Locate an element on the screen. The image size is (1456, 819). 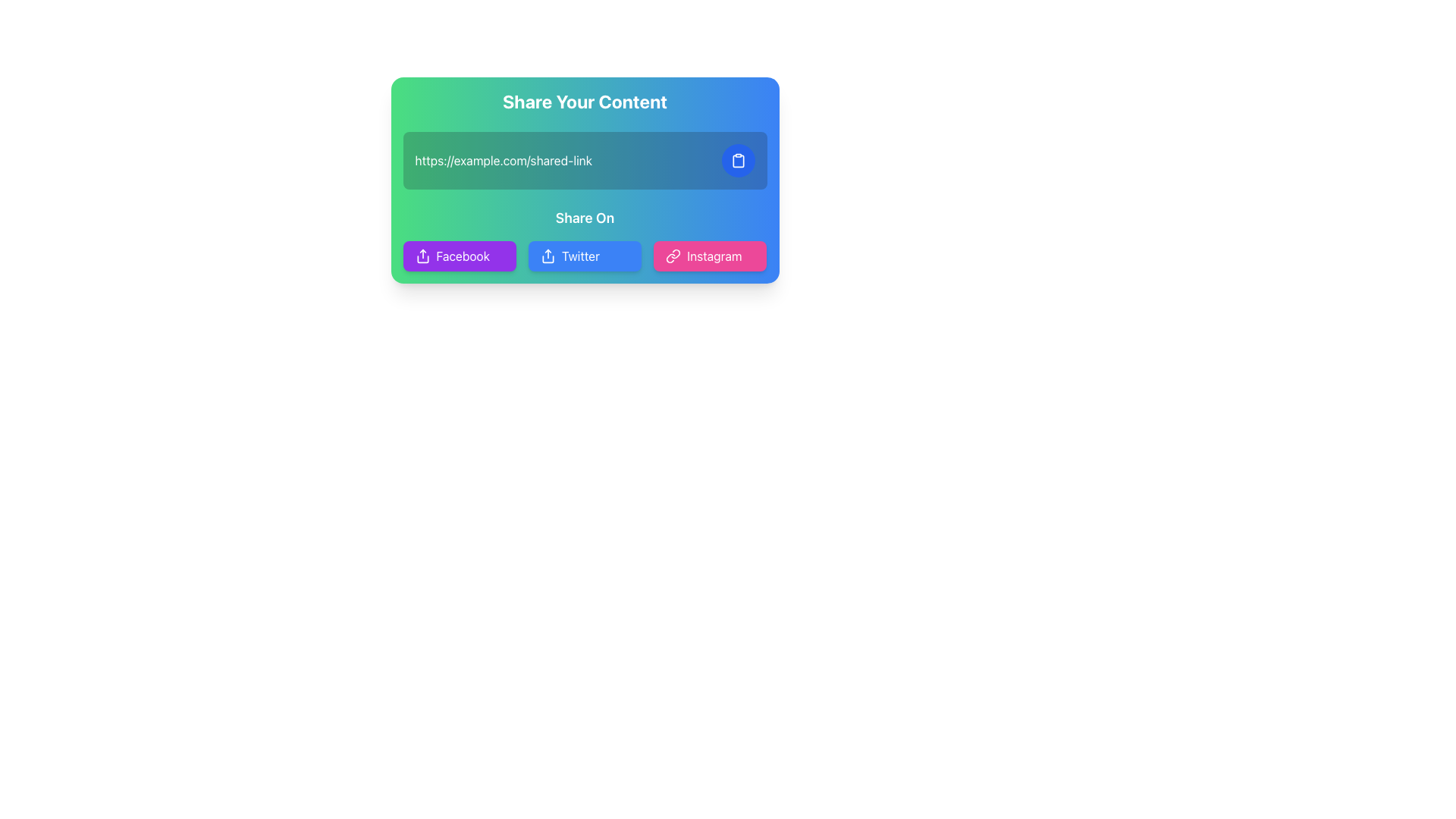
the clipboard icon button, which is styled in a flat design with a circular blue background and positioned in the top-right corner of a rectangular card is located at coordinates (738, 161).